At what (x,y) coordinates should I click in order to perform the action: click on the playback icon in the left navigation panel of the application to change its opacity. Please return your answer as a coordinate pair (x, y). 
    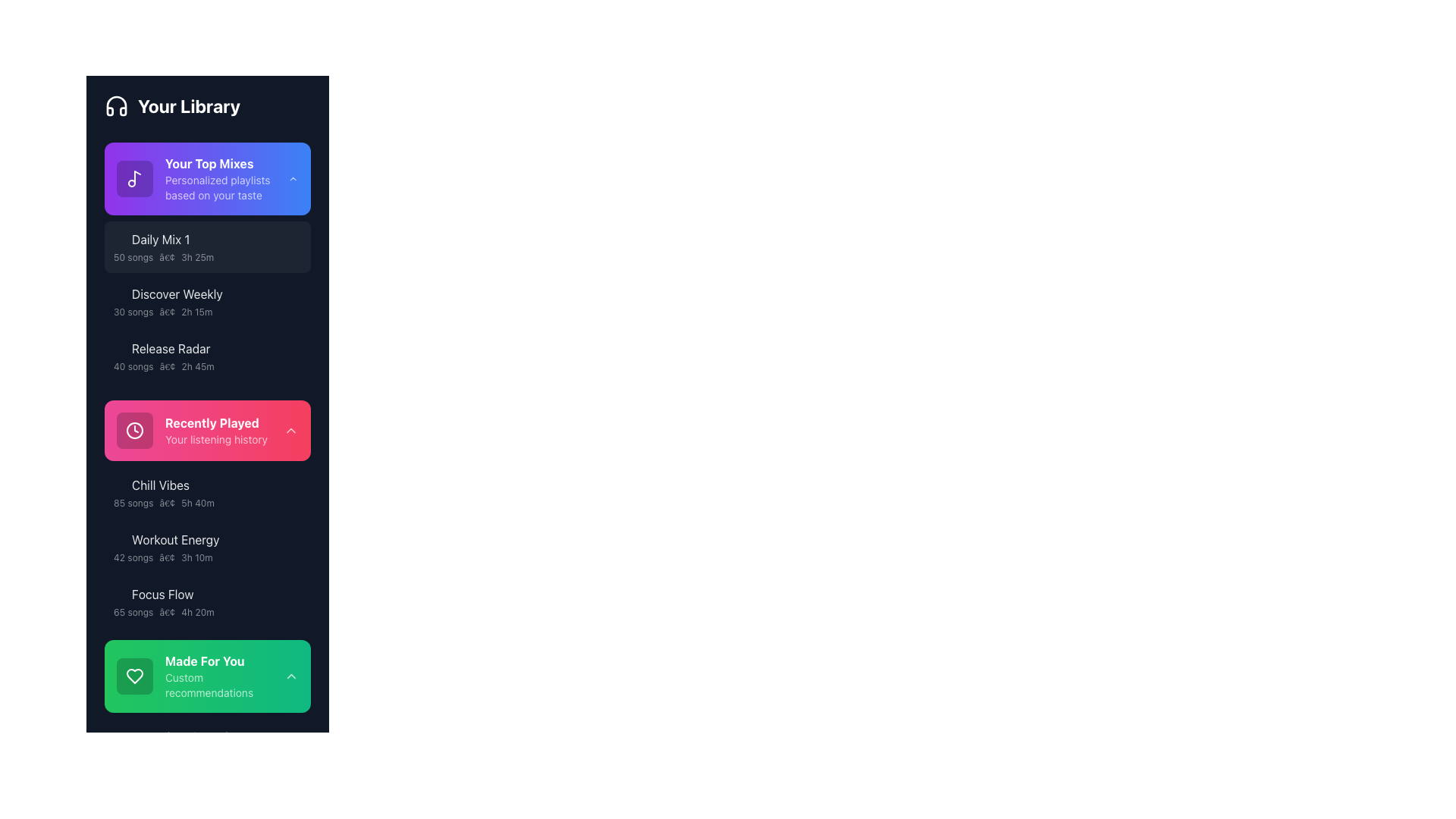
    Looking at the image, I should click on (119, 736).